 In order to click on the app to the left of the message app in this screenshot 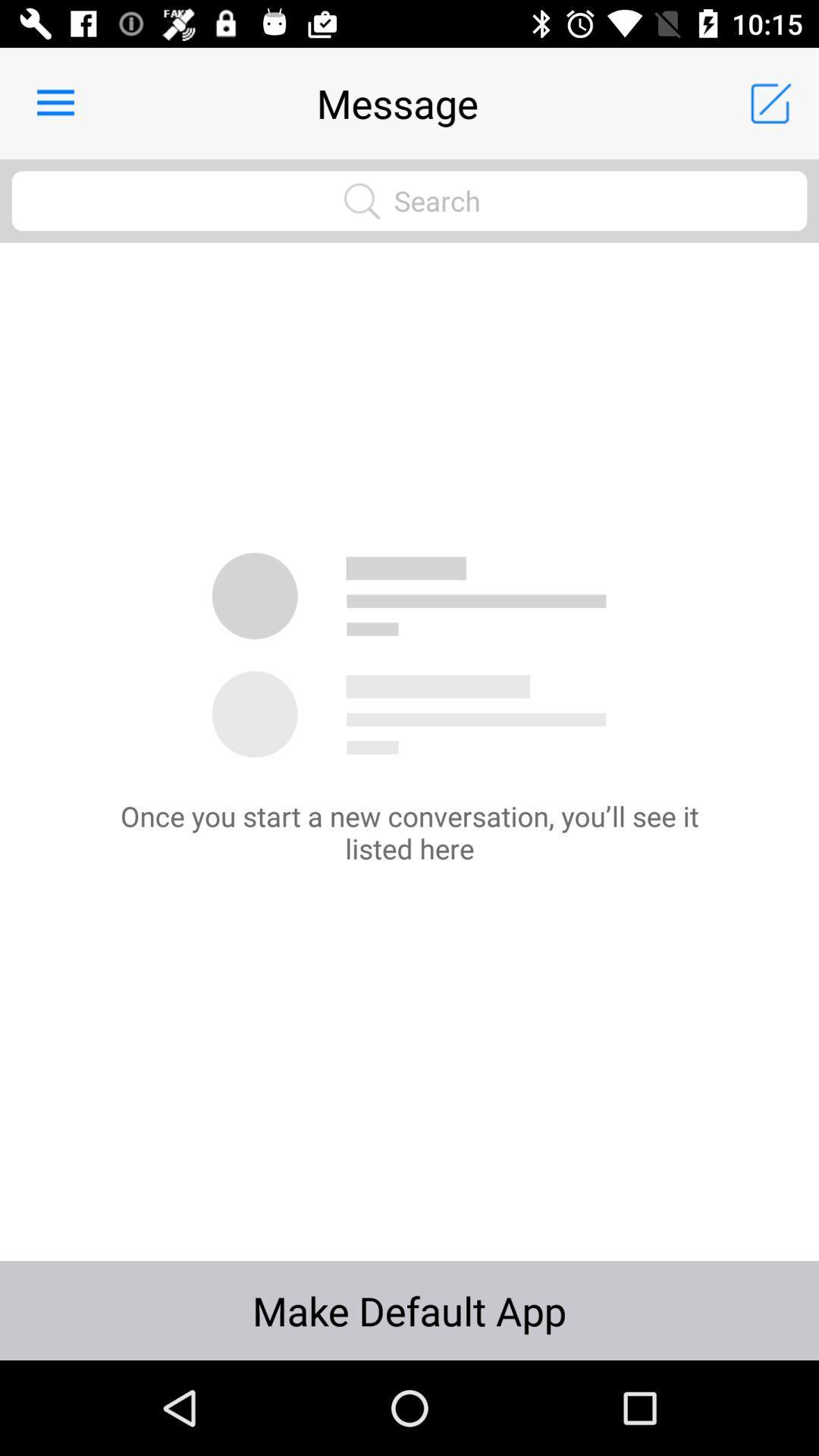, I will do `click(55, 102)`.